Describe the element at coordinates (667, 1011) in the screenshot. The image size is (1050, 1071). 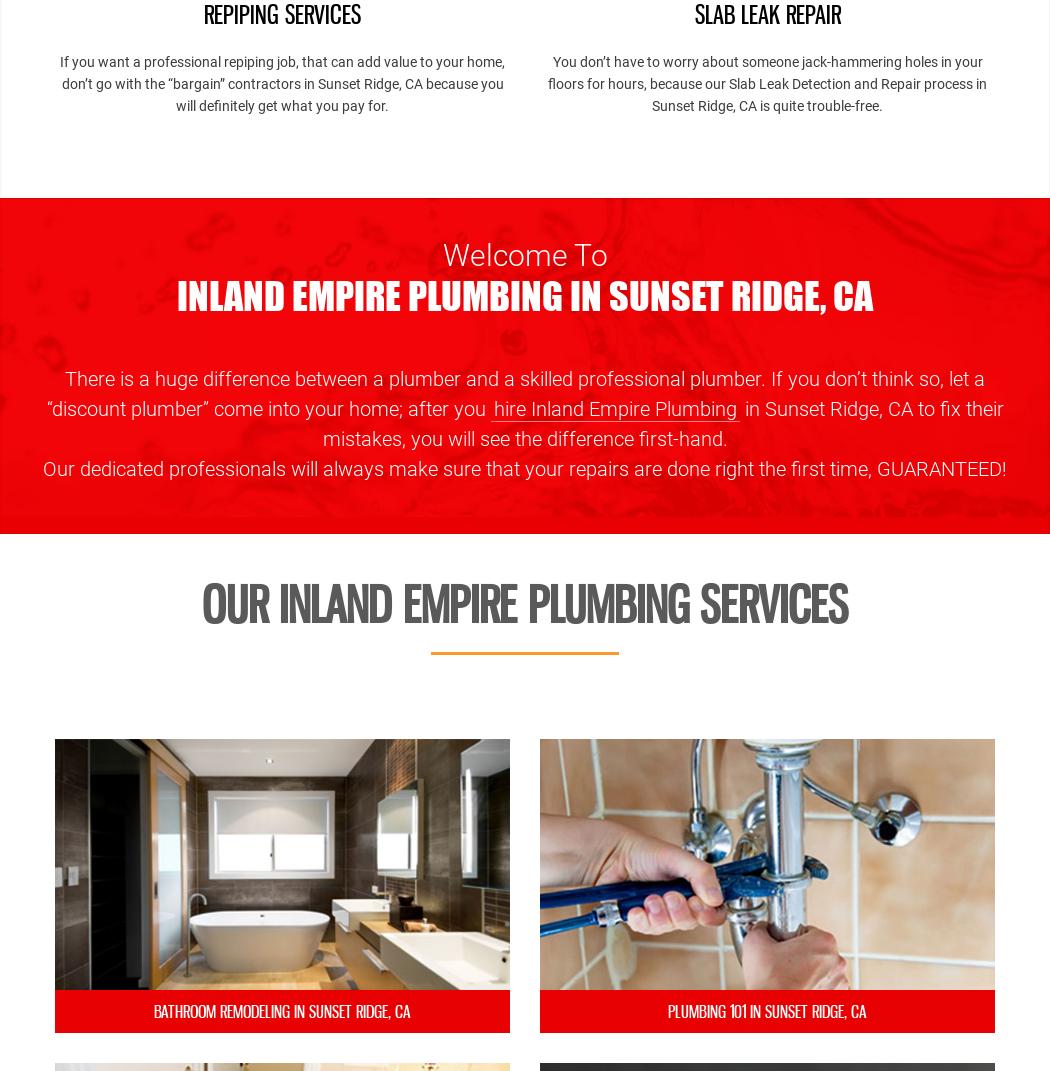
I see `'Plumbing 101 in Sunset Ridge, CA'` at that location.